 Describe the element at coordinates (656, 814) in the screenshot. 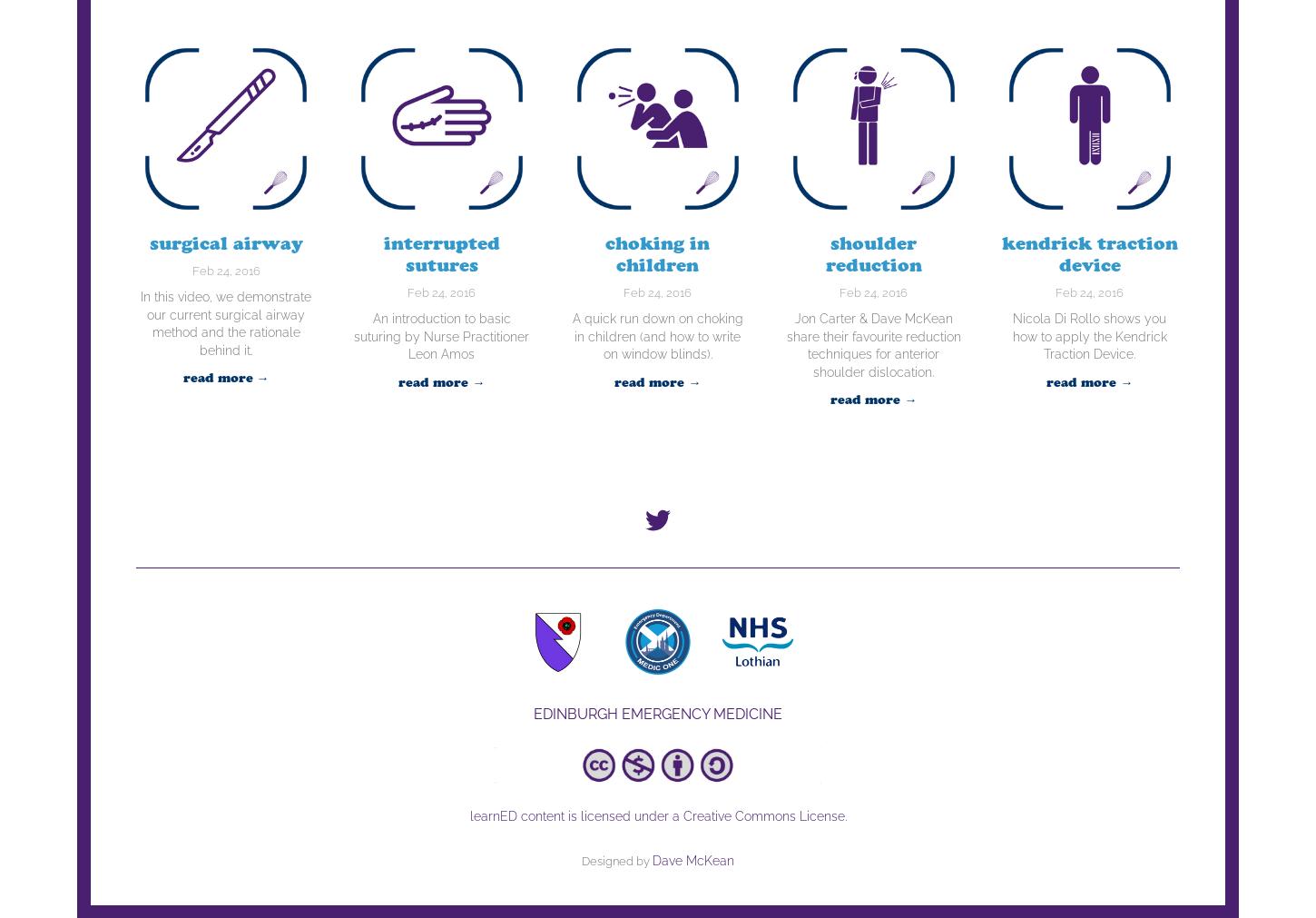

I see `'learnED content is licensed under a Creative Commons License.'` at that location.